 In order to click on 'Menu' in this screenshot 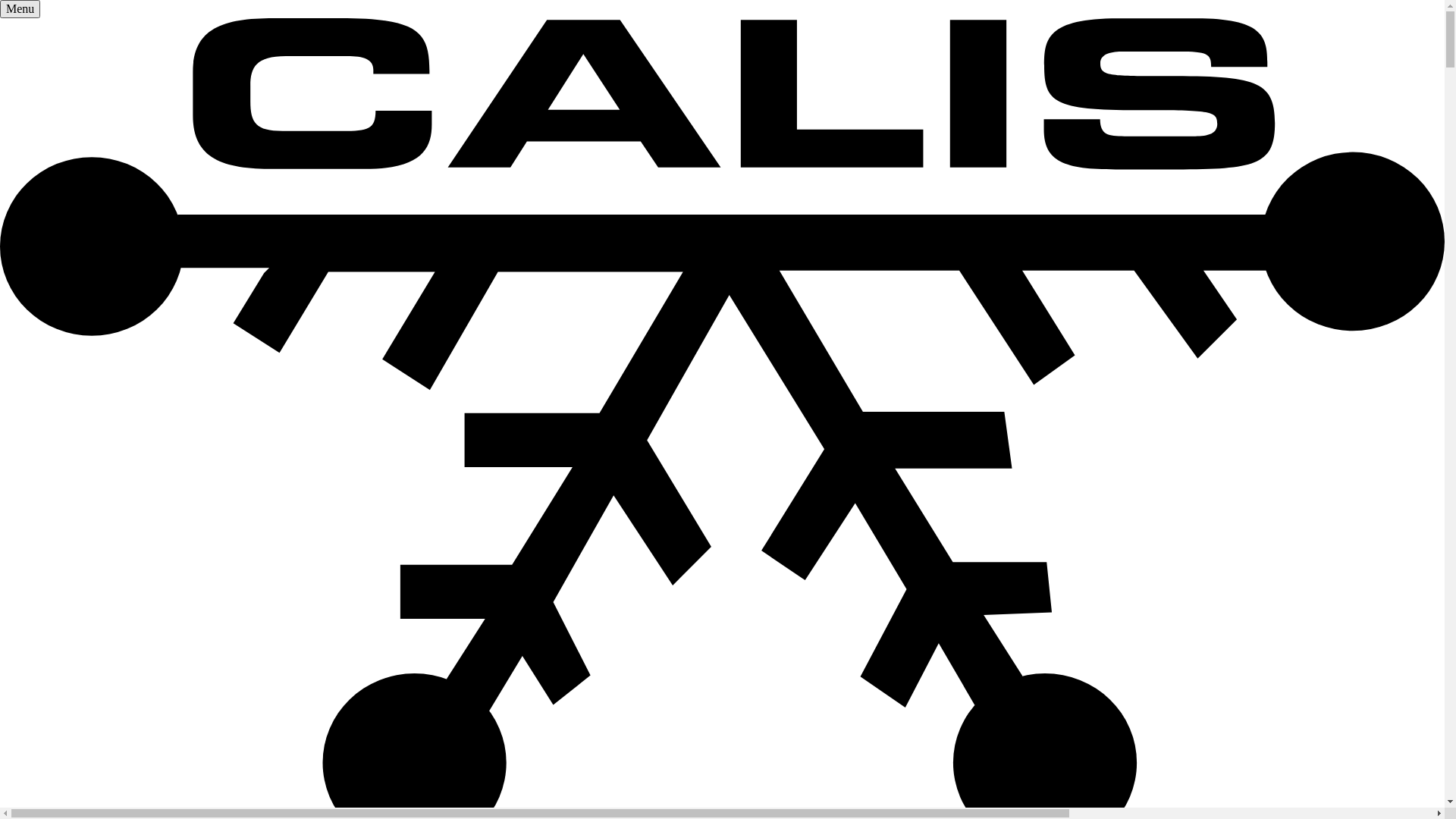, I will do `click(20, 8)`.